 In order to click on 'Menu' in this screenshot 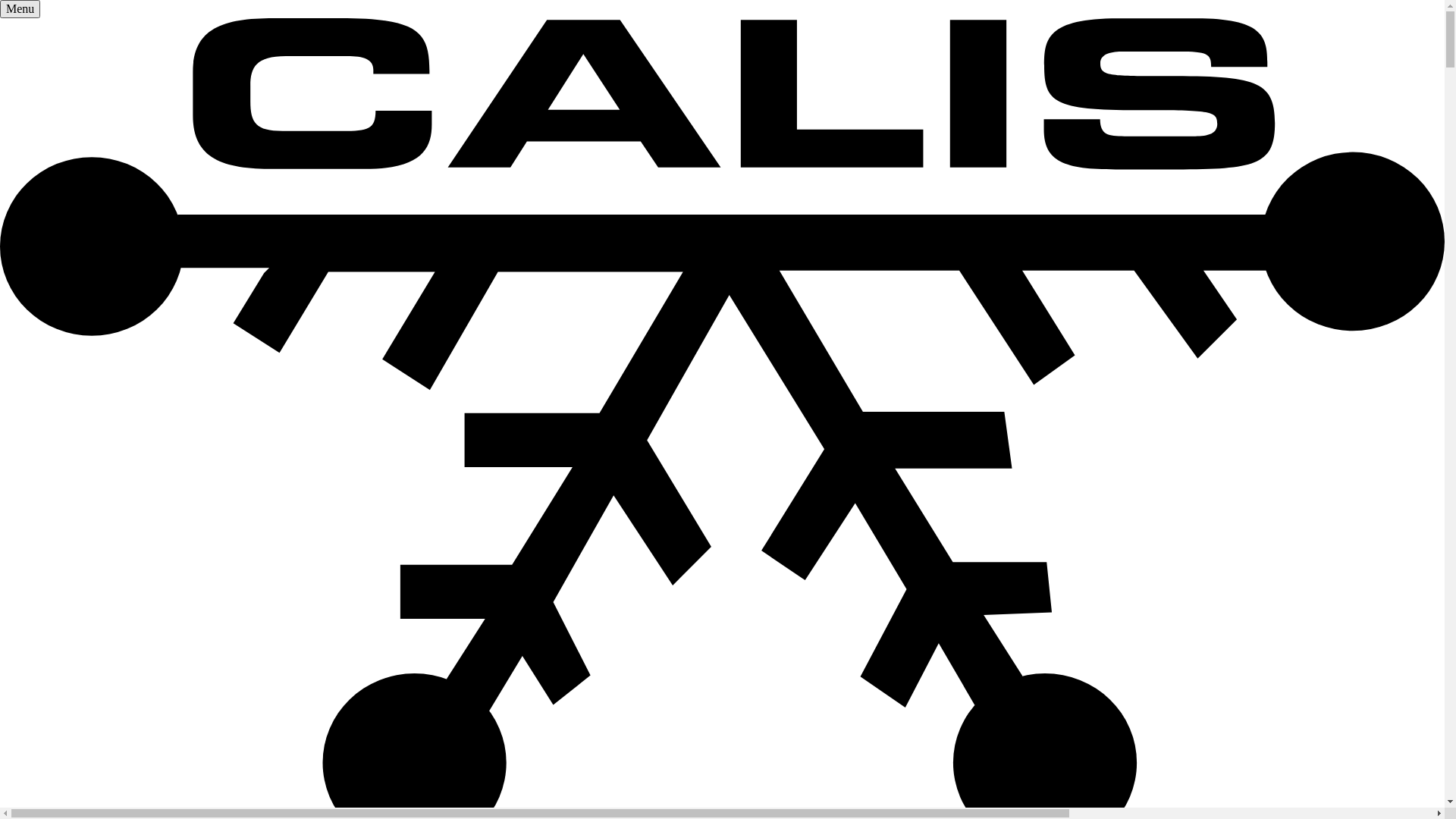, I will do `click(20, 8)`.